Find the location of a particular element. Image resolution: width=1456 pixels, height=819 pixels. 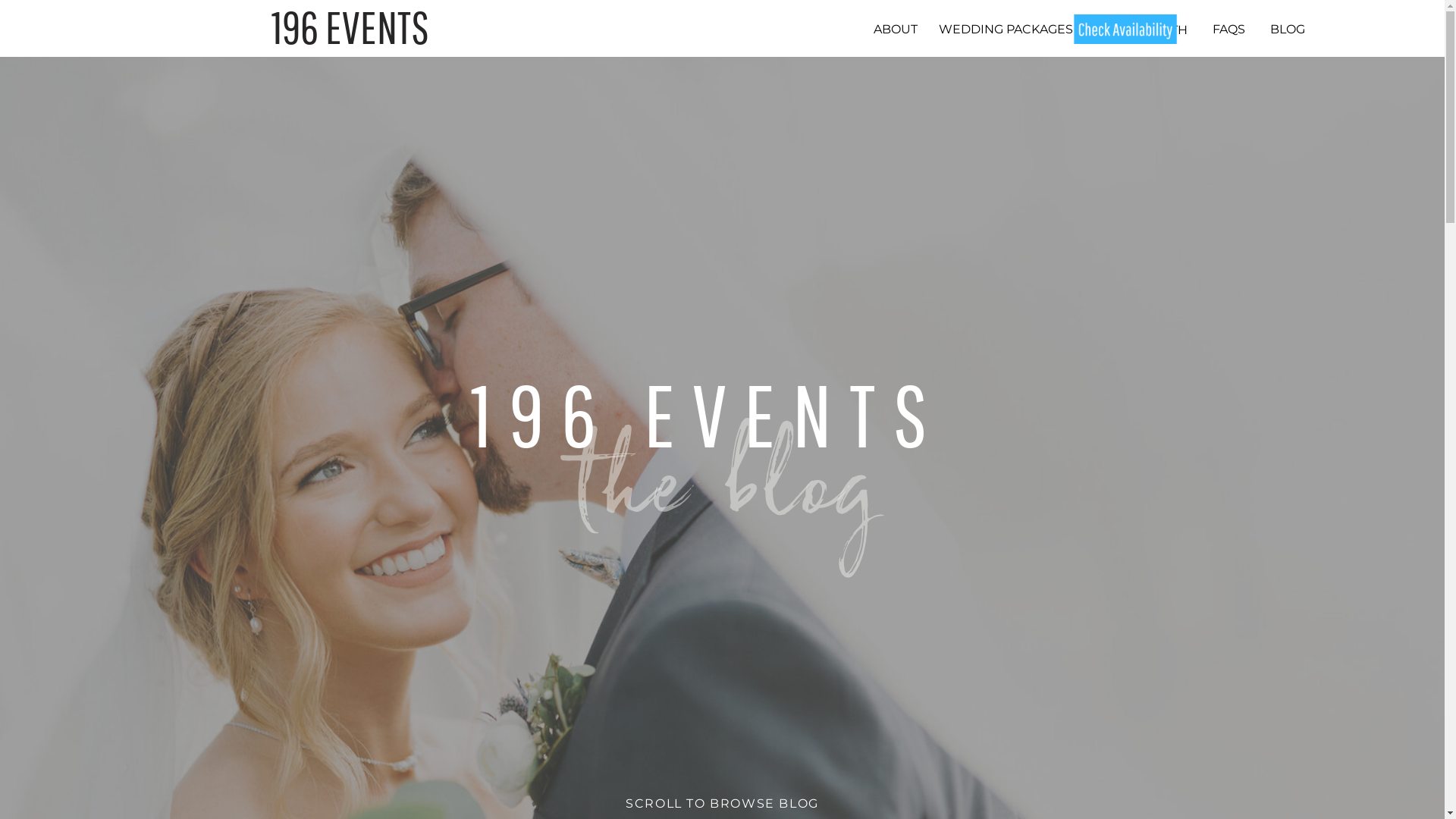

'196 EVENTS ' is located at coordinates (353, 26).